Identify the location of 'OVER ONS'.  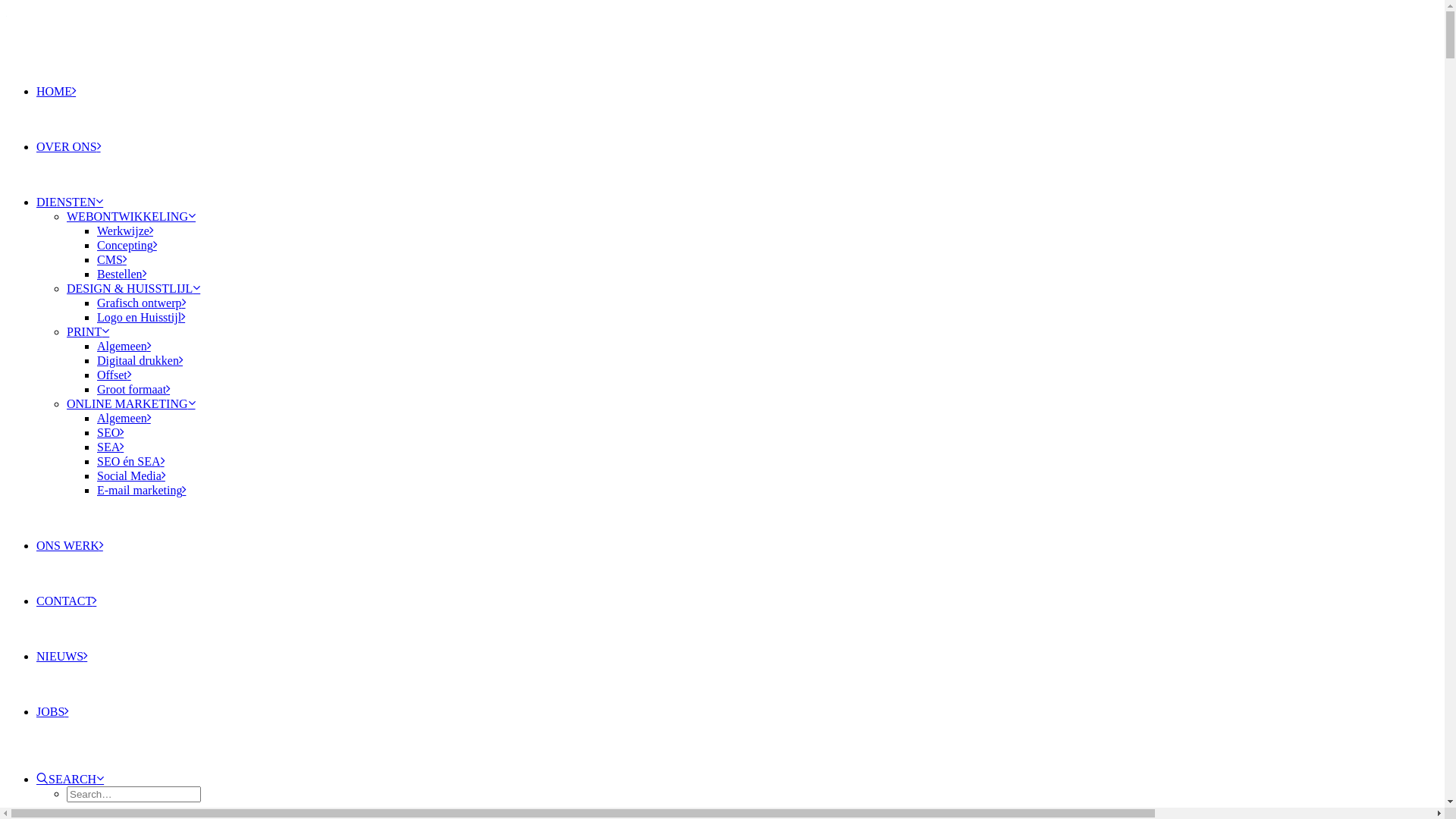
(67, 146).